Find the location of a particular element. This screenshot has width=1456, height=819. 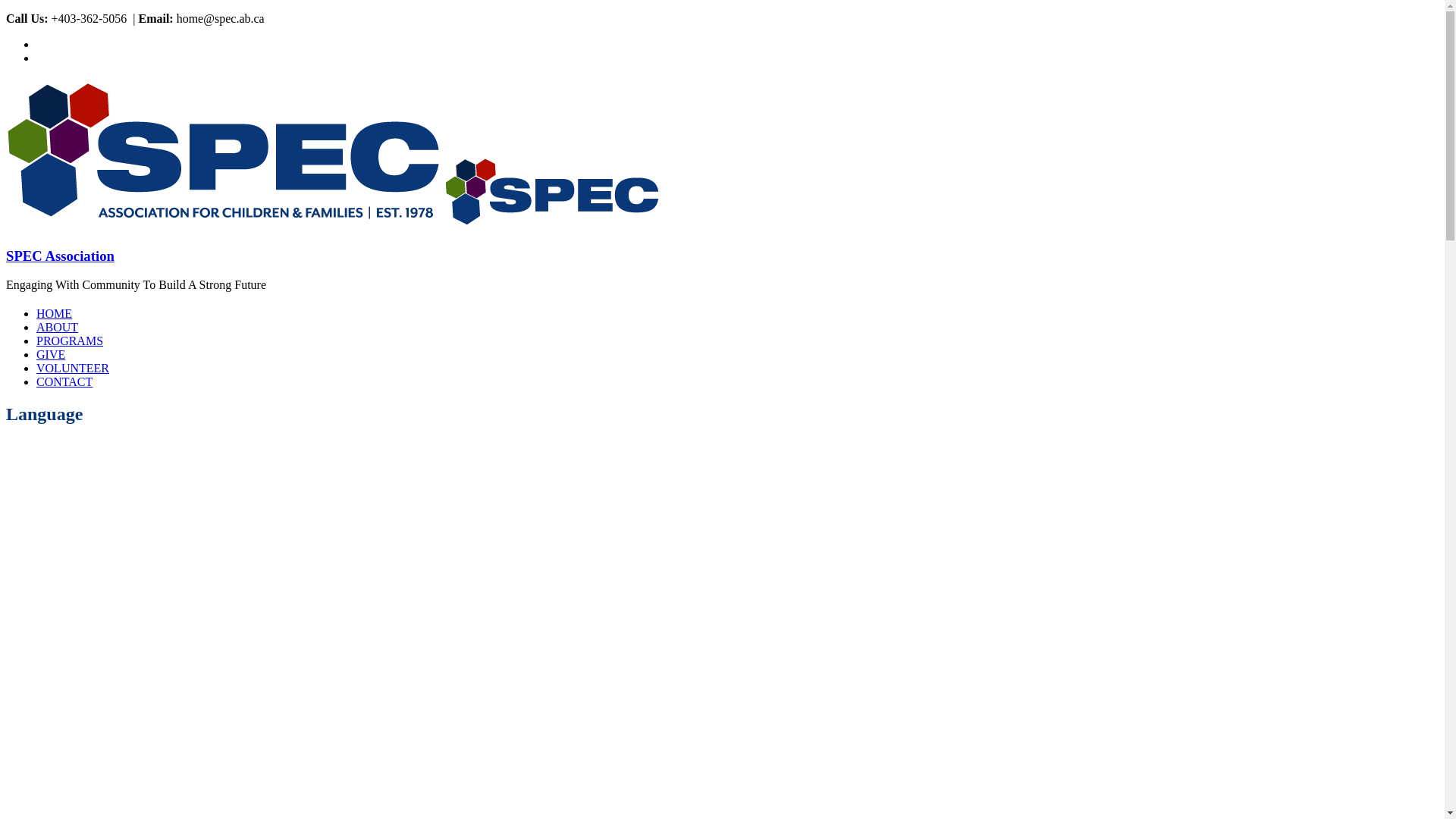

'SPEC Association' is located at coordinates (224, 226).